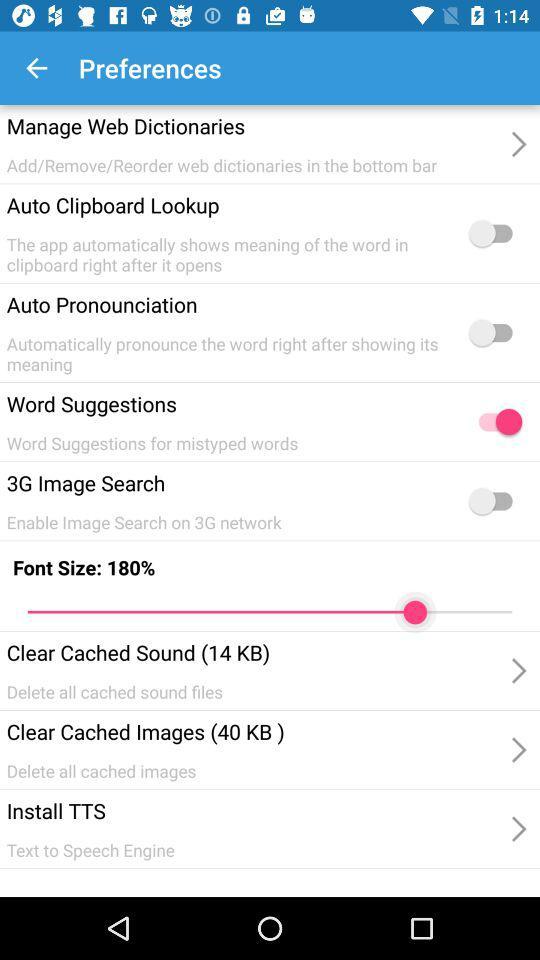 This screenshot has height=960, width=540. I want to click on 3g image search option, so click(494, 500).